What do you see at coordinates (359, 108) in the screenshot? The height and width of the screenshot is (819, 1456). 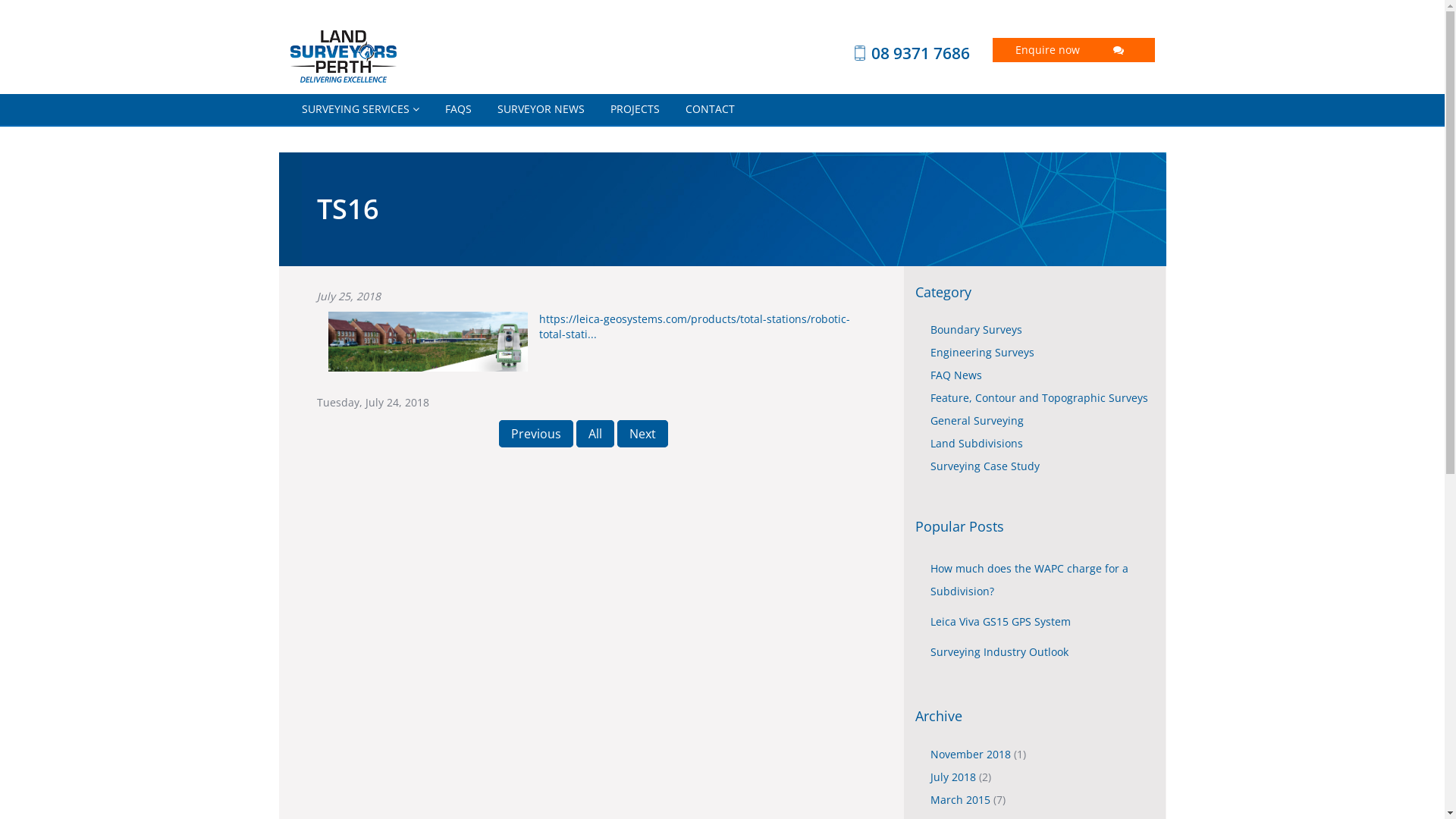 I see `'SURVEYING SERVICES'` at bounding box center [359, 108].